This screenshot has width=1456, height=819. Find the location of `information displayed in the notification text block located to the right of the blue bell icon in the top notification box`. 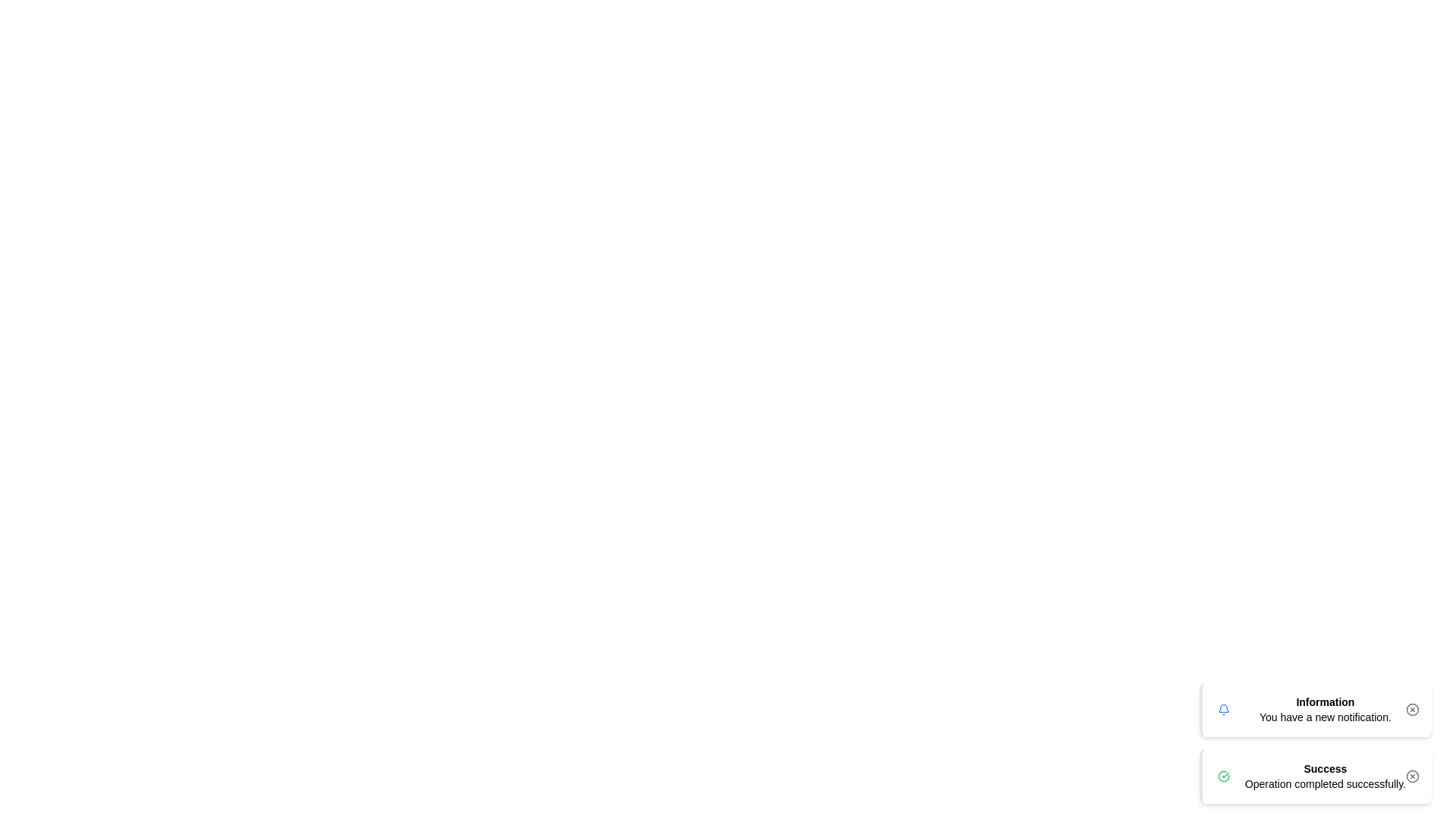

information displayed in the notification text block located to the right of the blue bell icon in the top notification box is located at coordinates (1324, 710).